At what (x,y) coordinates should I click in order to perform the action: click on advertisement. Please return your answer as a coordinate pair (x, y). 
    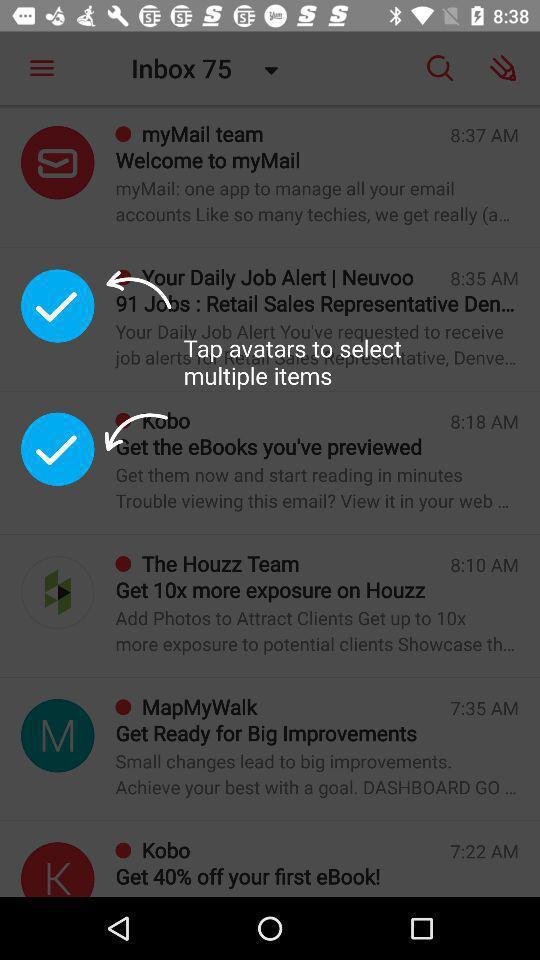
    Looking at the image, I should click on (57, 868).